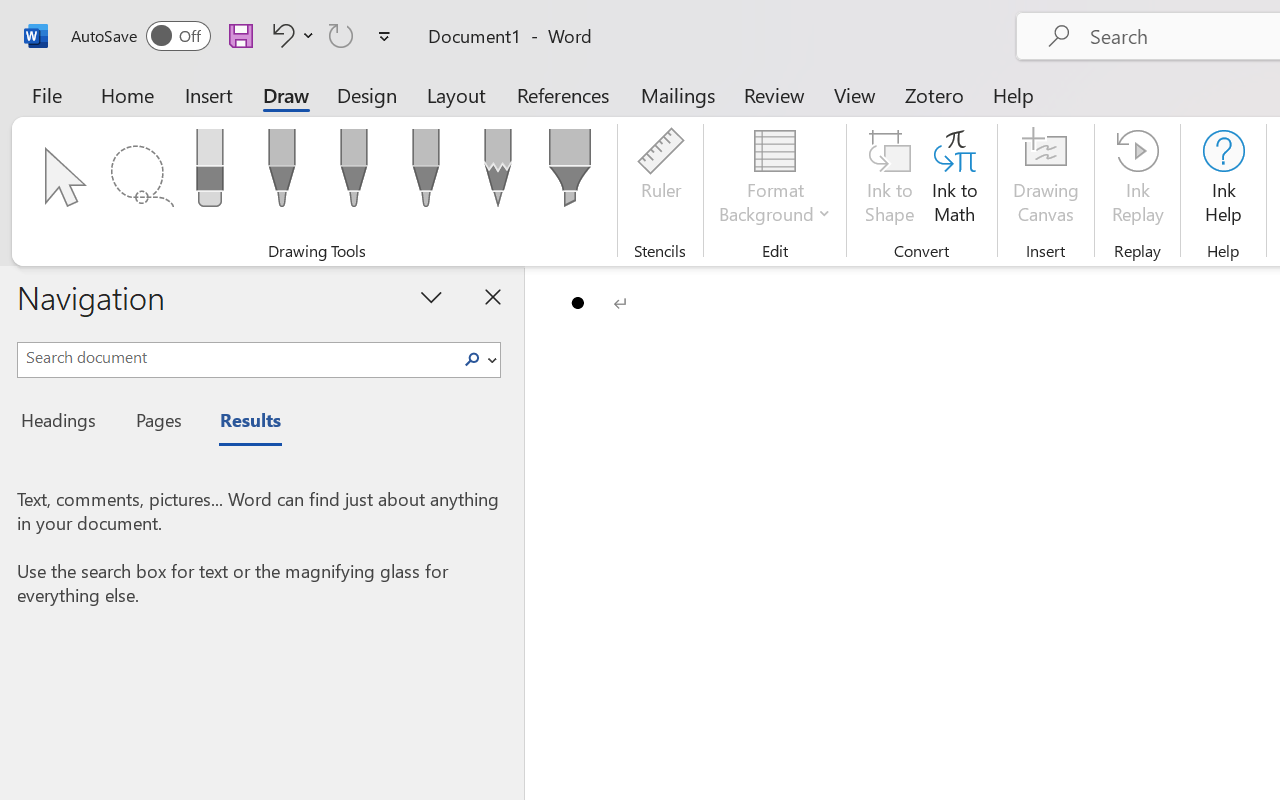 The width and height of the screenshot is (1280, 800). Describe the element at coordinates (1045, 179) in the screenshot. I see `'Drawing Canvas'` at that location.